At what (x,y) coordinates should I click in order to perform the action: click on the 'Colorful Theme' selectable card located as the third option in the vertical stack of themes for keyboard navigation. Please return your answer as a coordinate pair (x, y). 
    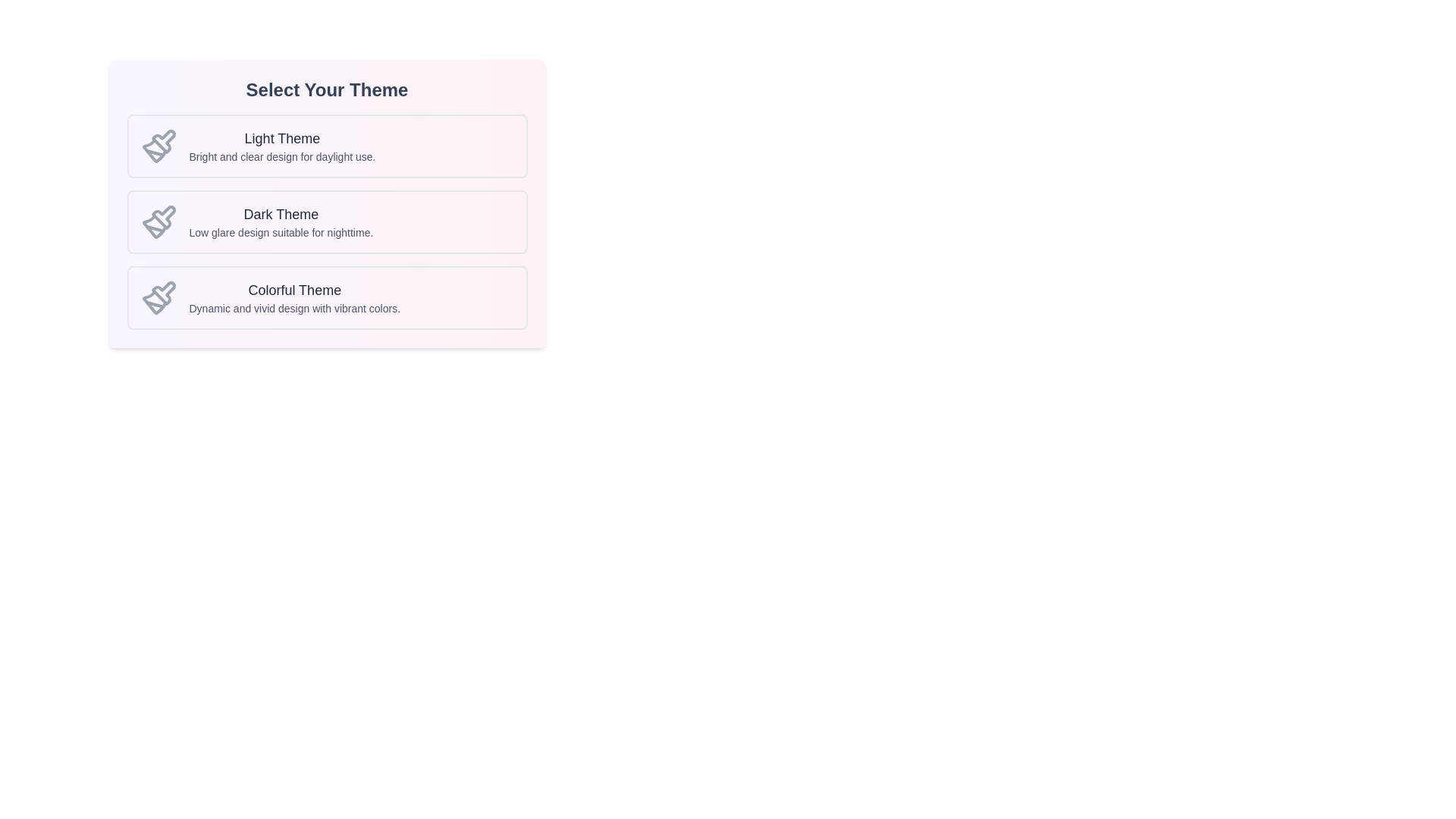
    Looking at the image, I should click on (326, 298).